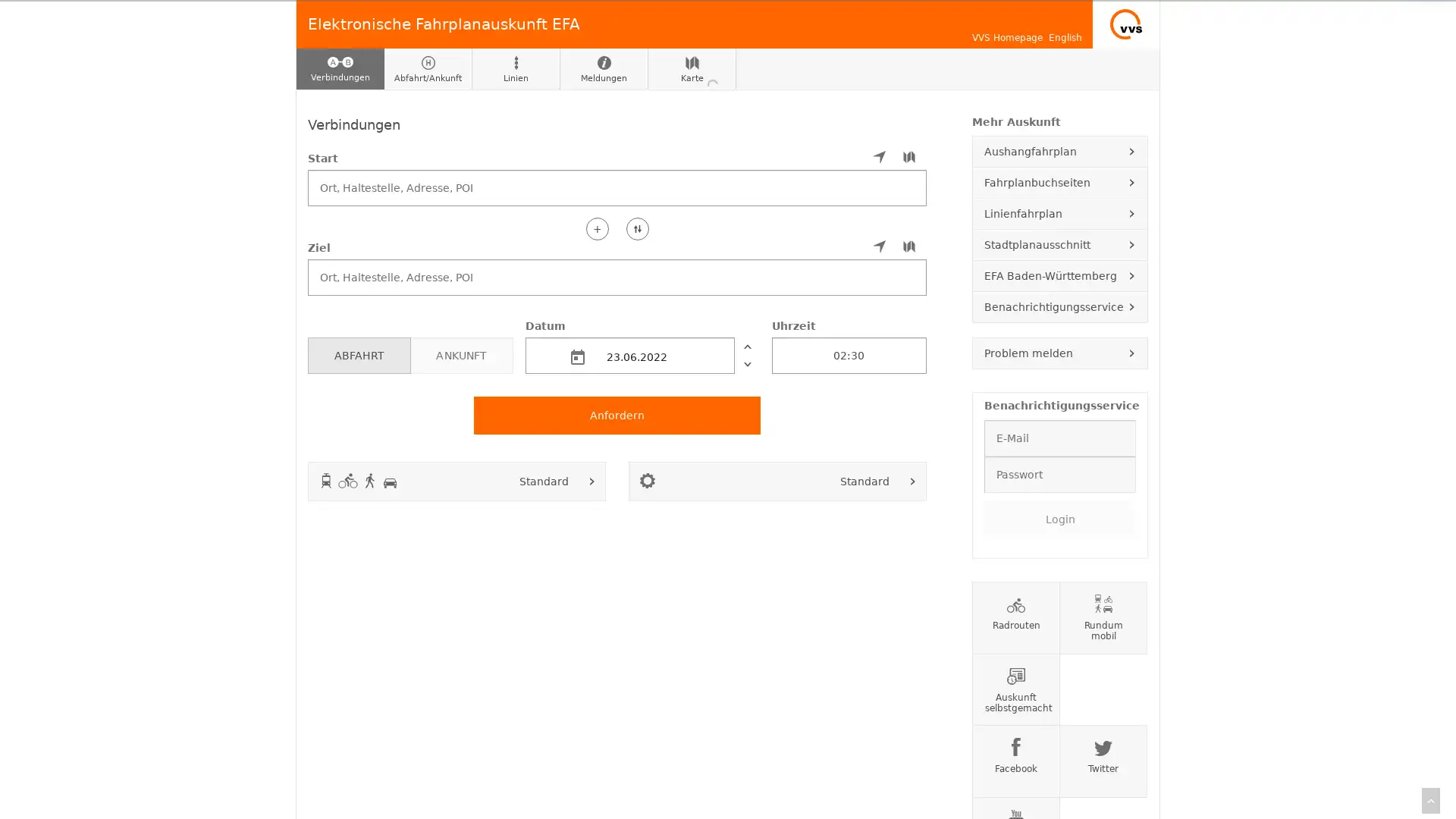 The height and width of the screenshot is (819, 1456). I want to click on md-calendar, so click(577, 356).